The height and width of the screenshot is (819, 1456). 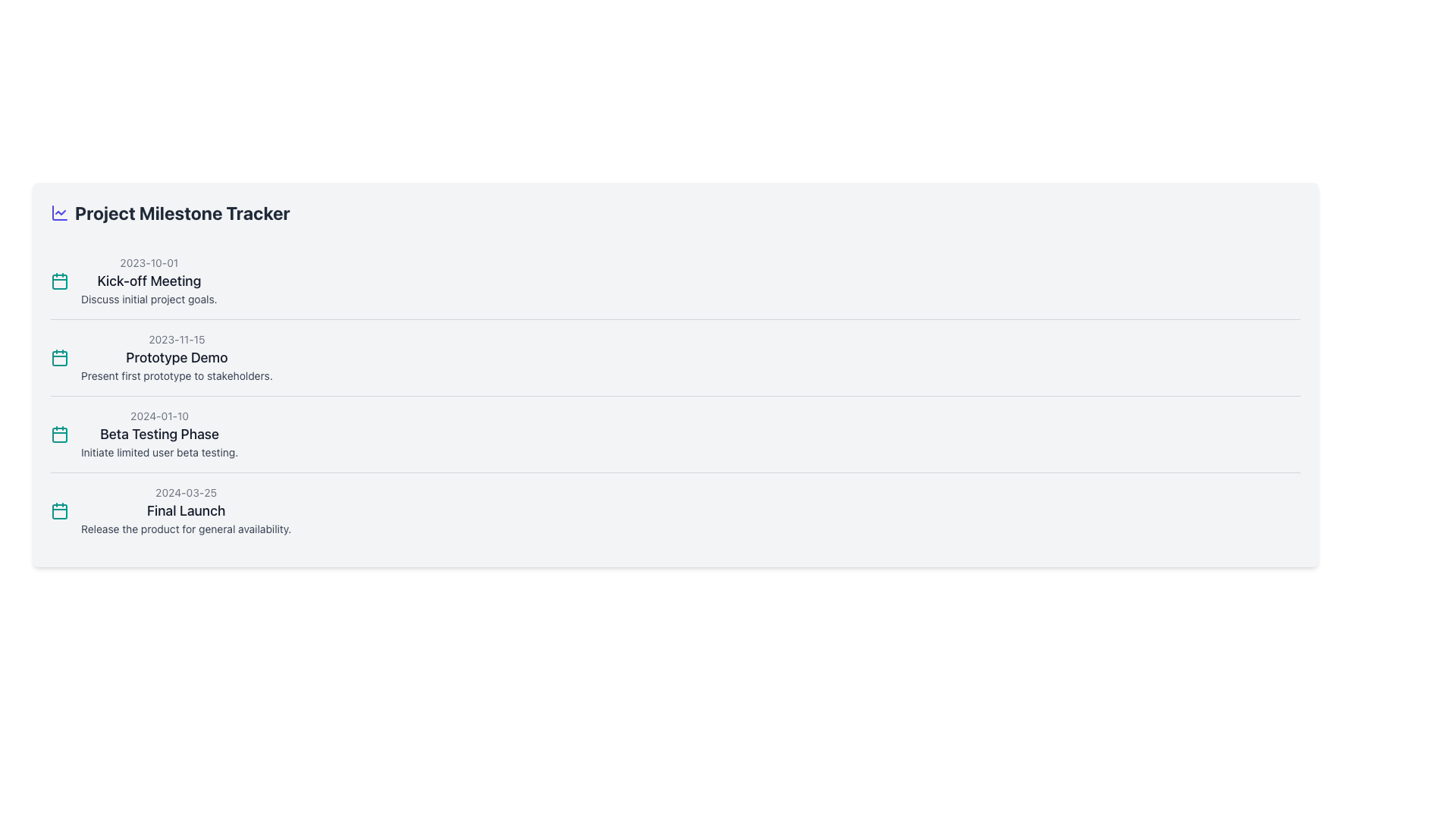 I want to click on the calendar icon located to the left of the text '2023-10-01 Kick-off Meeting Discuss initial project goals', so click(x=59, y=281).